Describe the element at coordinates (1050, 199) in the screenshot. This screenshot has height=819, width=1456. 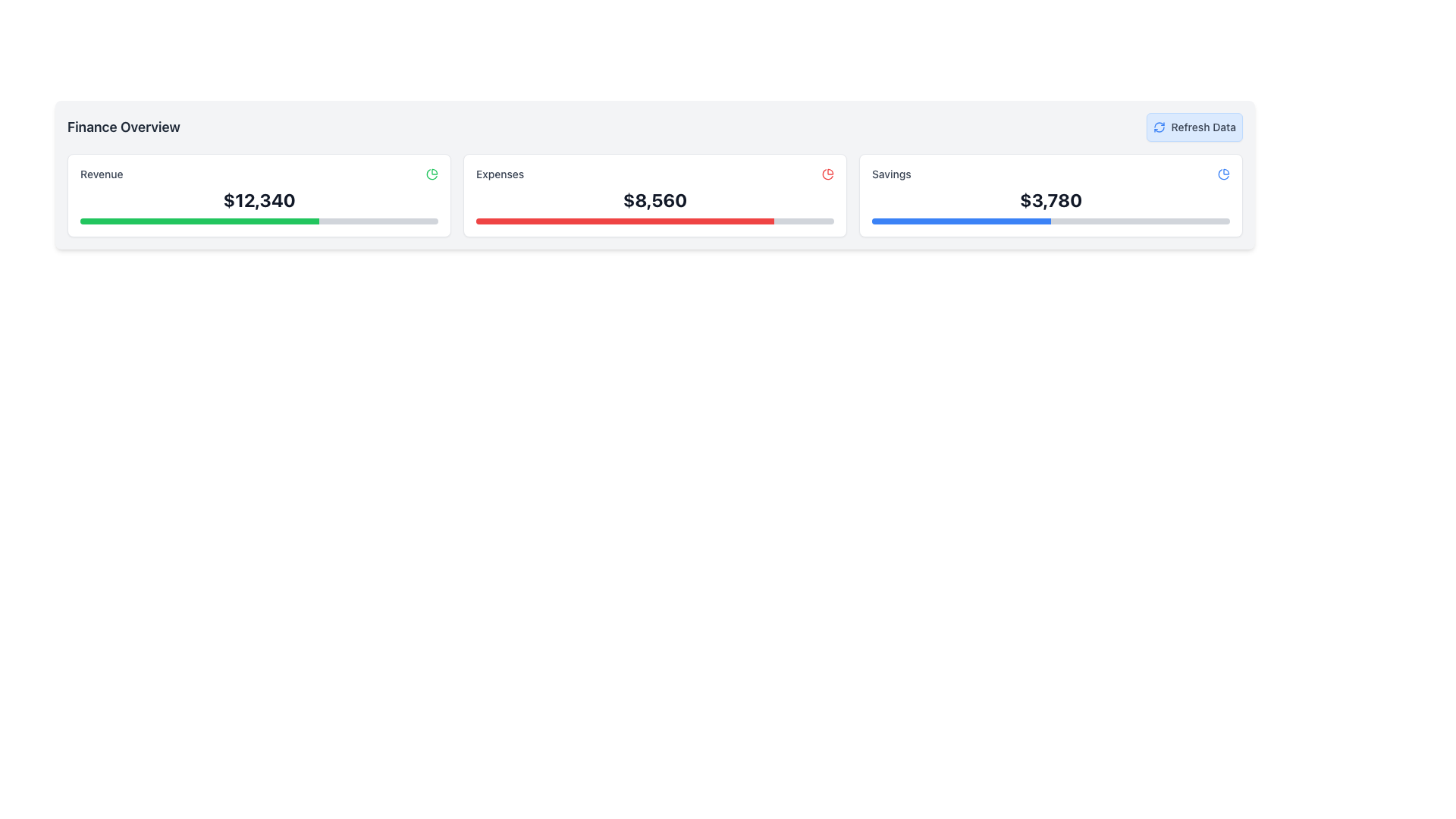
I see `text displayed on the savings amount label located in the center of the third card of the Finance Overview dashboard, which is below the 'Savings' label and above a progress bar` at that location.